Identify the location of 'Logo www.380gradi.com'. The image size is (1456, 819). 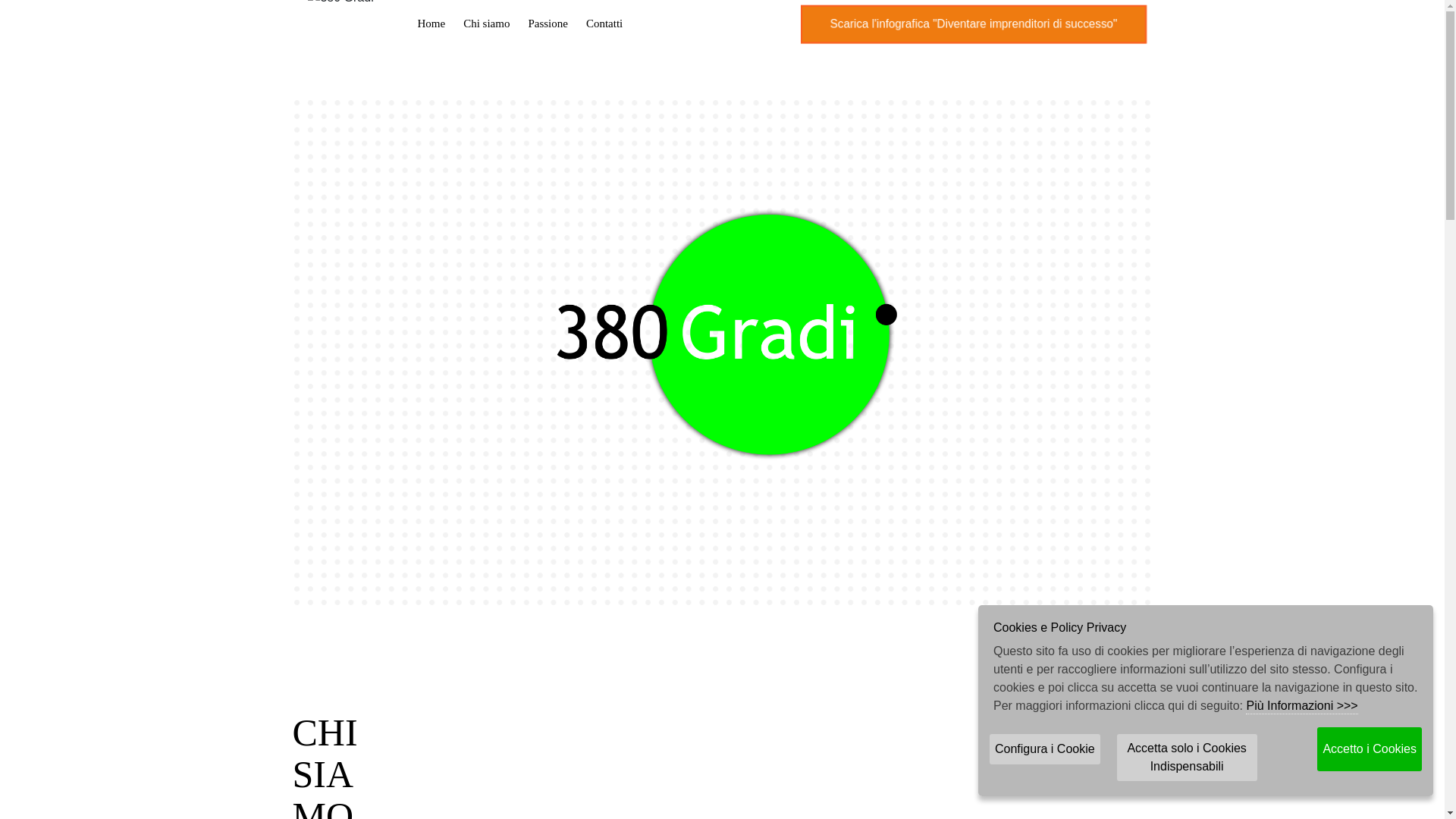
(720, 336).